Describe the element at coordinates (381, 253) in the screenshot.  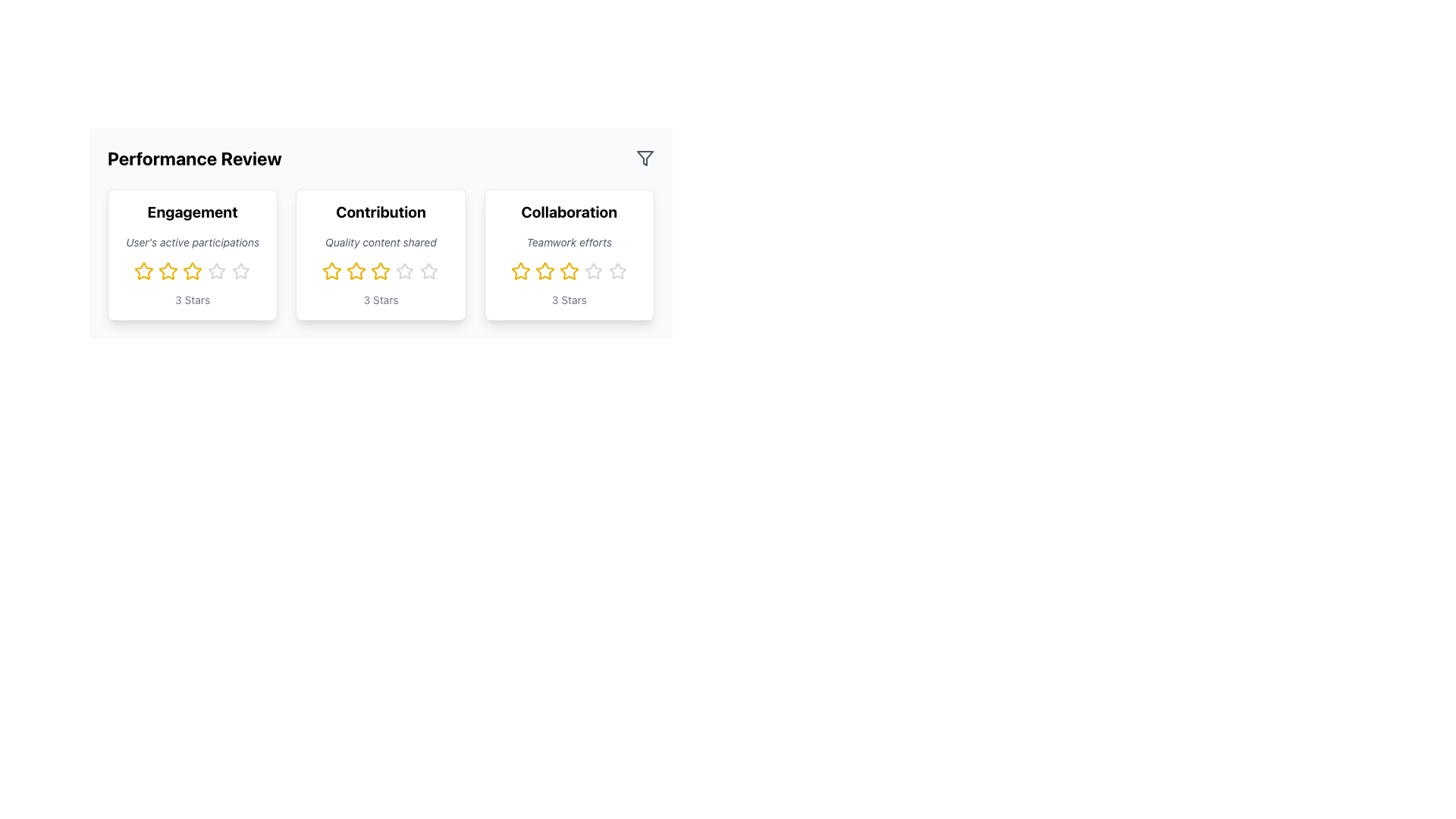
I see `information displayed on the 'Contribution' Rating card, which includes the title 'Contribution', subtitle 'Quality content shared', and the 5-star rating with '3 Stars' at the bottom` at that location.